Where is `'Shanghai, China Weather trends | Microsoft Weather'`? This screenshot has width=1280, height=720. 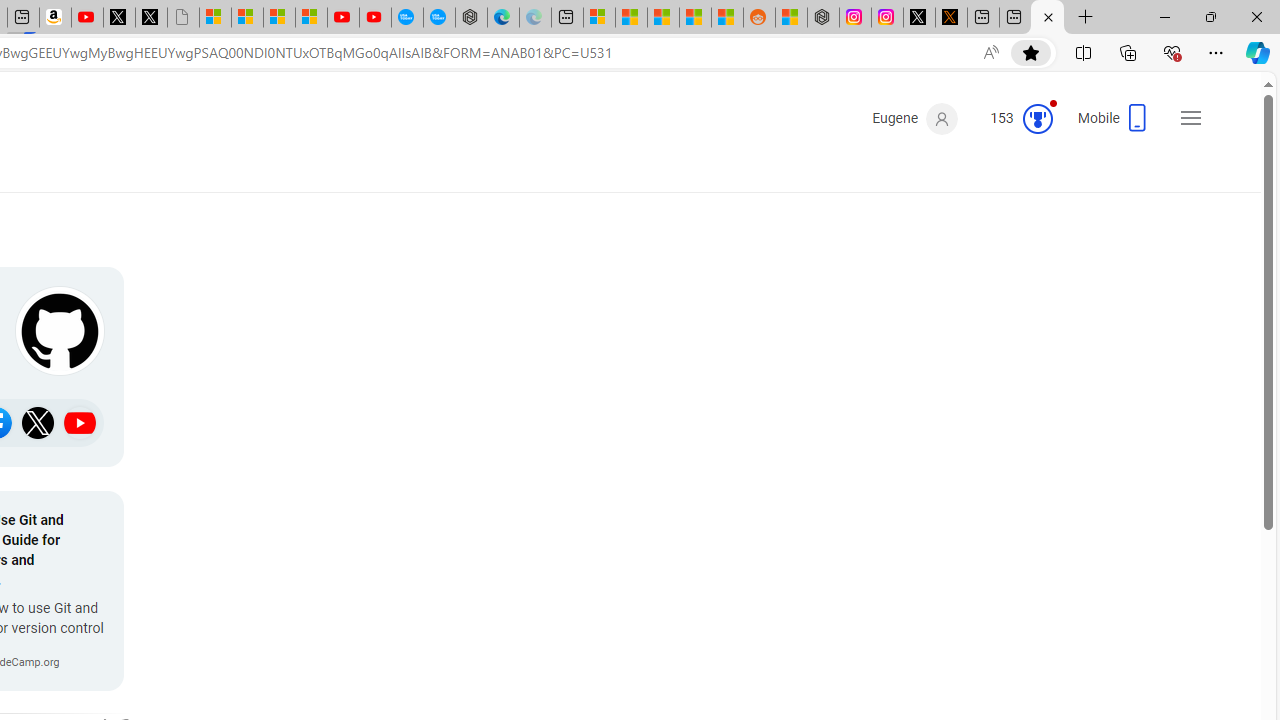
'Shanghai, China Weather trends | Microsoft Weather' is located at coordinates (726, 17).